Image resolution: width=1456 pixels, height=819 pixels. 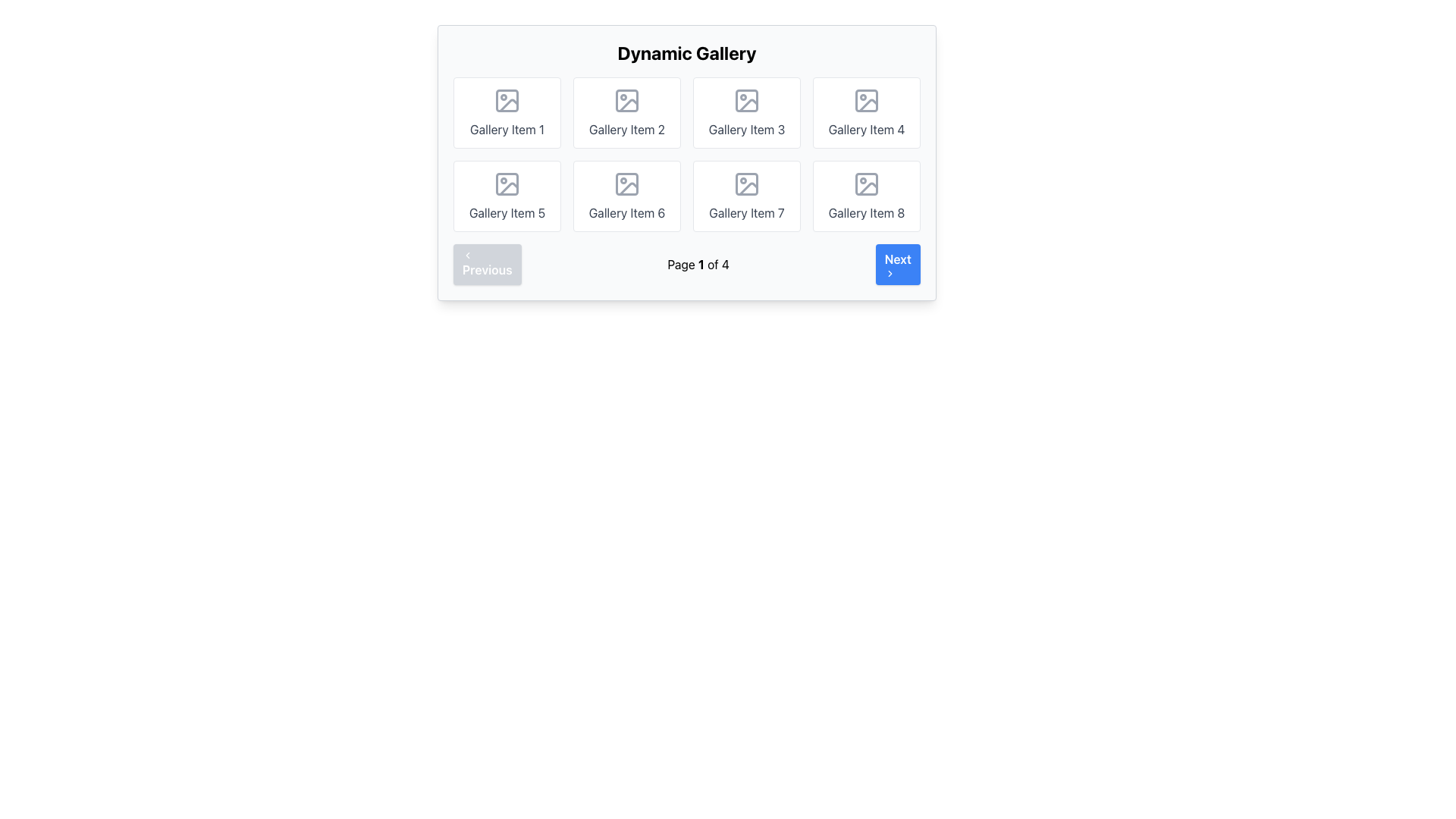 What do you see at coordinates (746, 184) in the screenshot?
I see `the image placeholder icon in the top portion of the card labeled 'Gallery Item 7', which is styled in a gray tone and indicates a disabled state` at bounding box center [746, 184].